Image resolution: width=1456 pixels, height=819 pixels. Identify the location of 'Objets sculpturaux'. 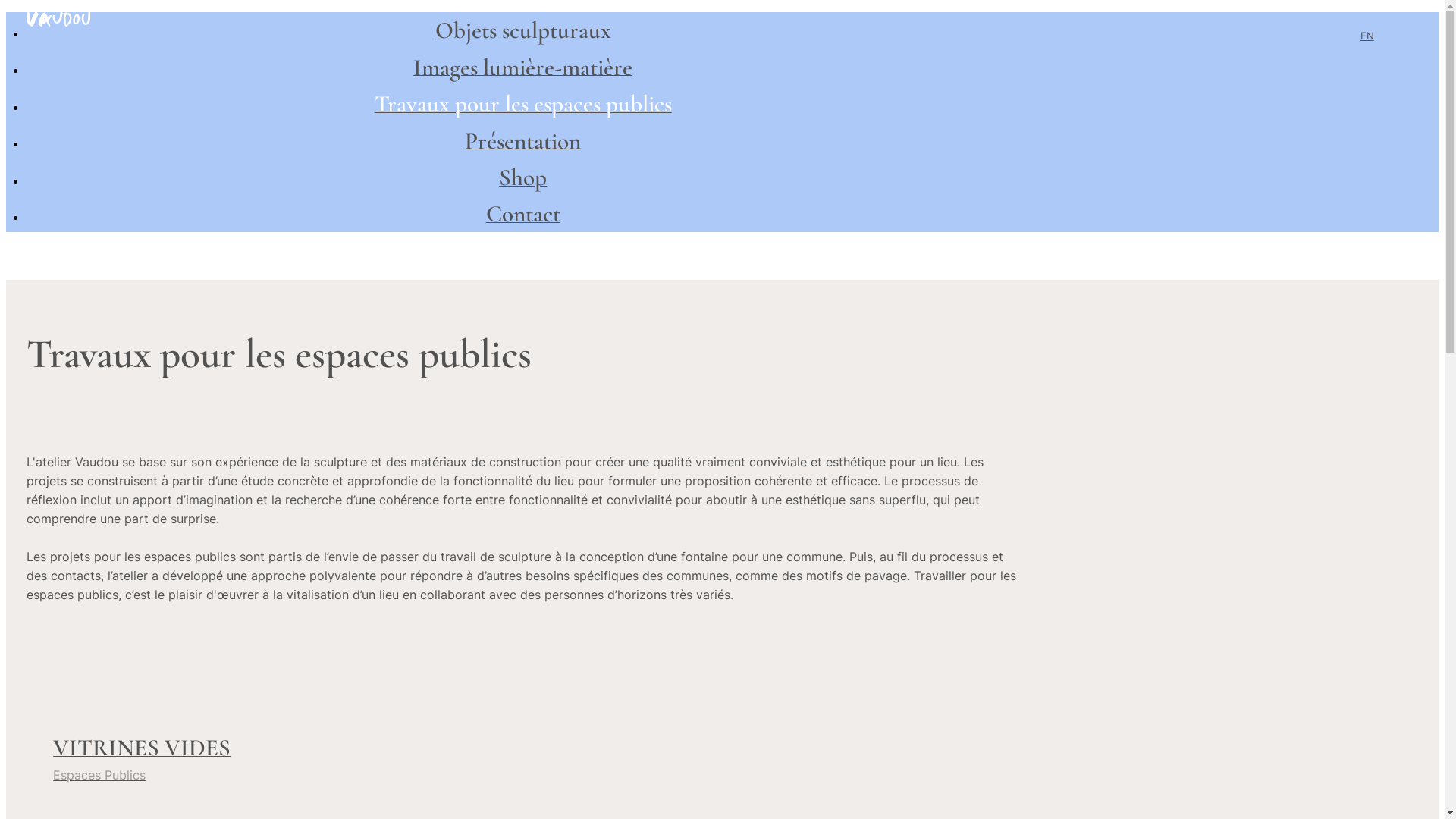
(523, 33).